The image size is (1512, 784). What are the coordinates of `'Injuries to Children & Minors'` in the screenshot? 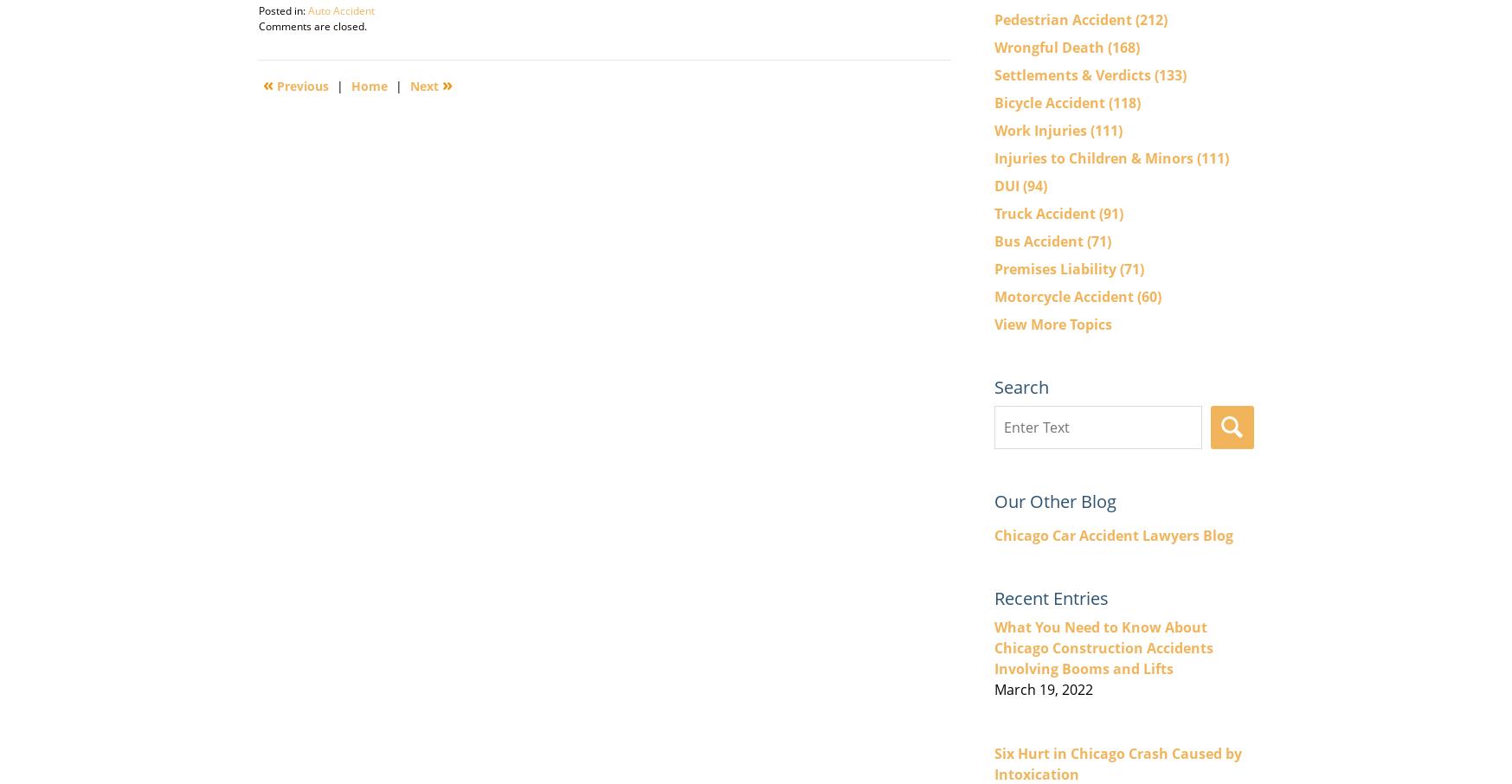 It's located at (992, 157).